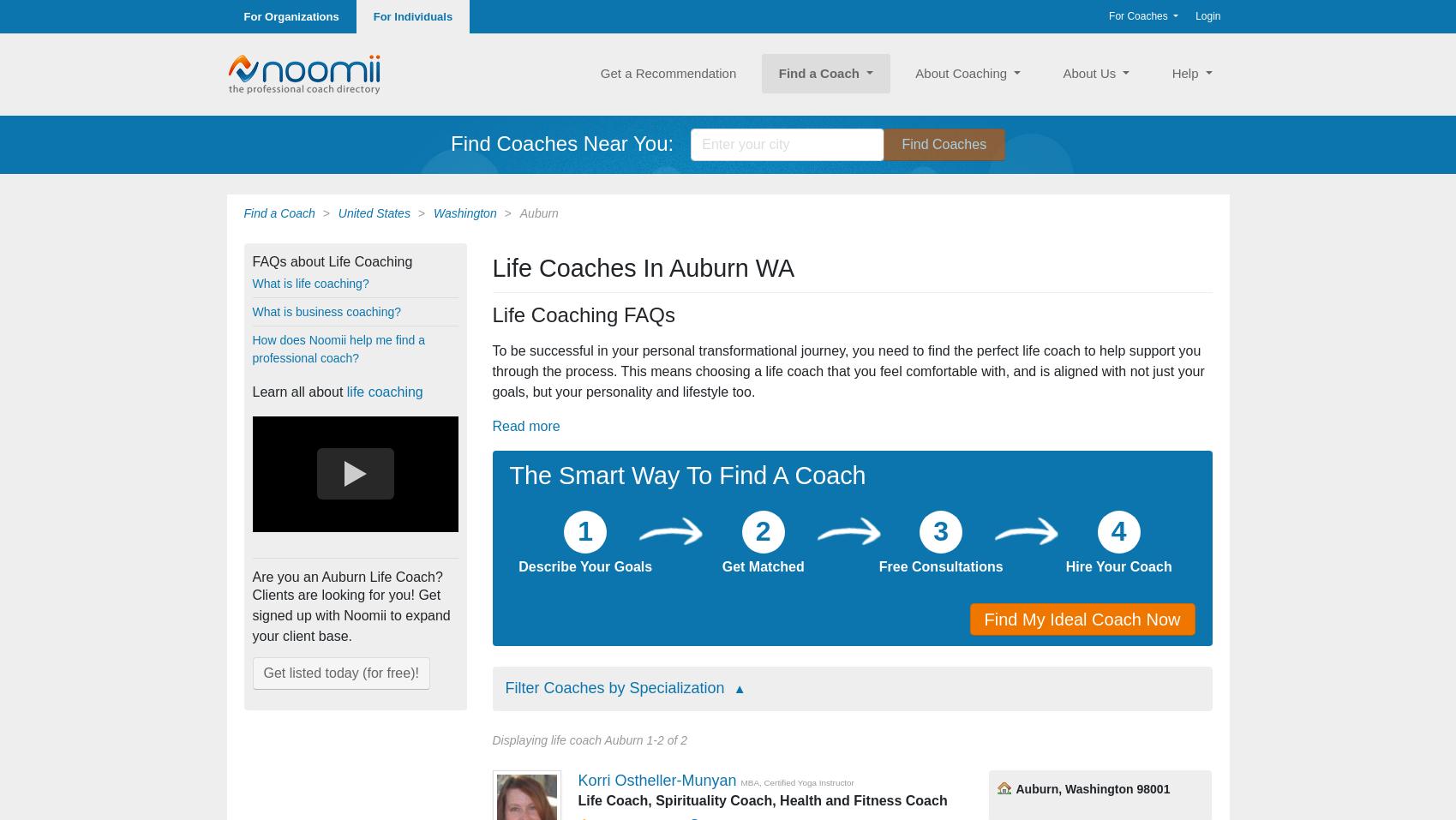 This screenshot has width=1456, height=820. I want to click on 'I coach souls who seek fulfillment in life, looking to identify what's truly important, facing their inner critic, and tapping into their passion to live a magnificent knock-your-socks-off life', so click(576, 148).